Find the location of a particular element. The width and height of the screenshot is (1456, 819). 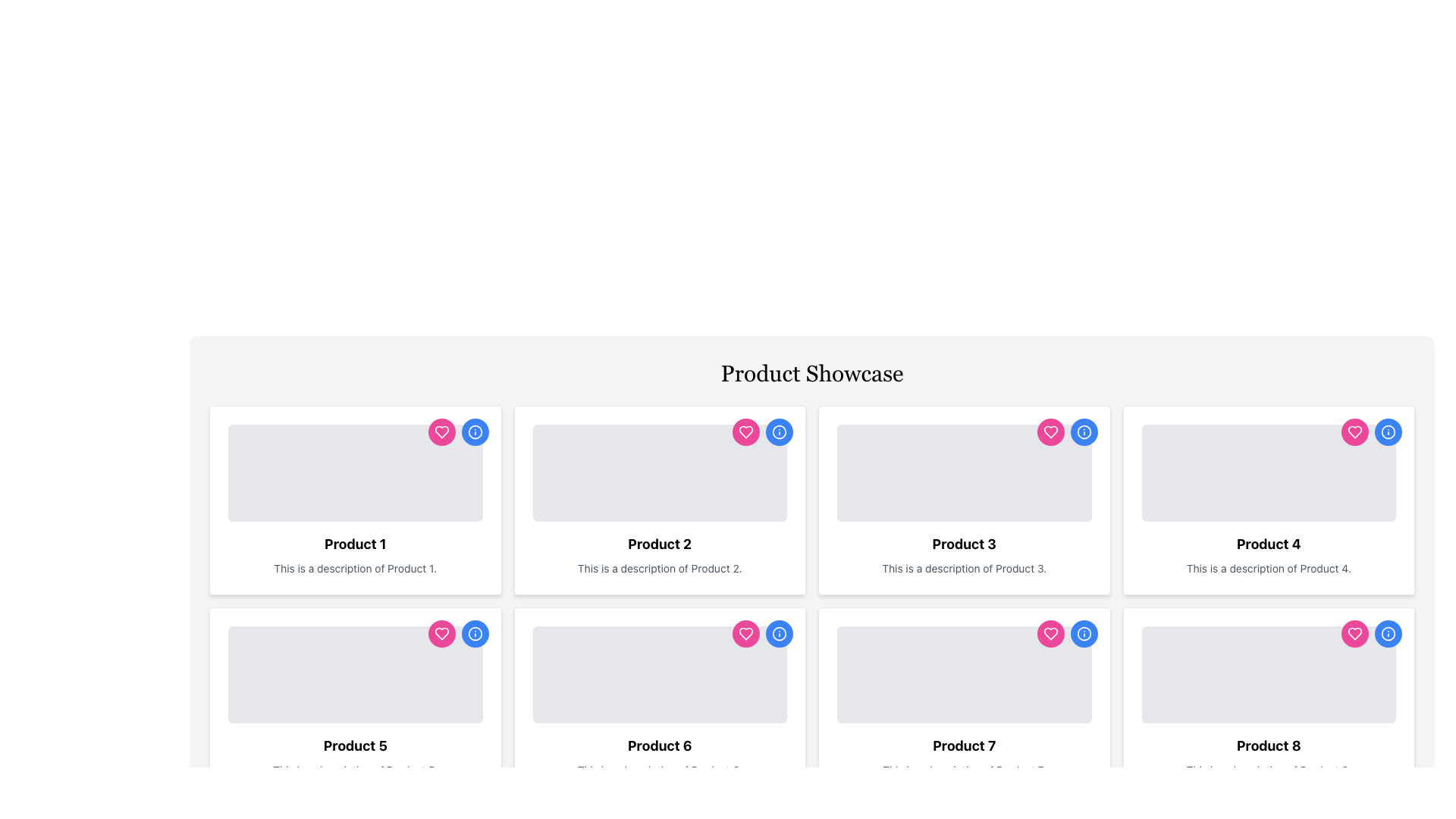

the information icon button located in the top-right corner of the 'Product 8' card is located at coordinates (1388, 634).